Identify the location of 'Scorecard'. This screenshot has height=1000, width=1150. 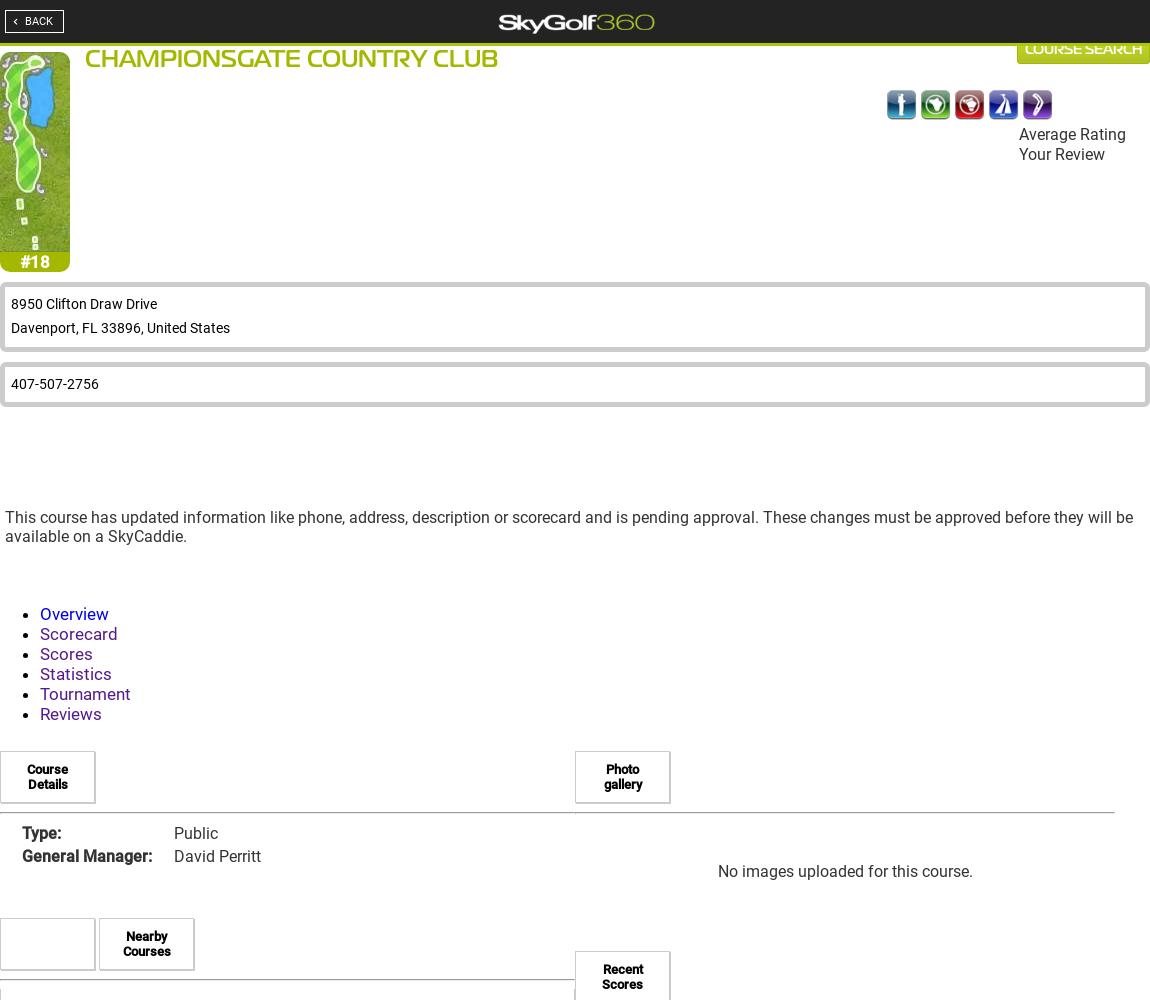
(78, 634).